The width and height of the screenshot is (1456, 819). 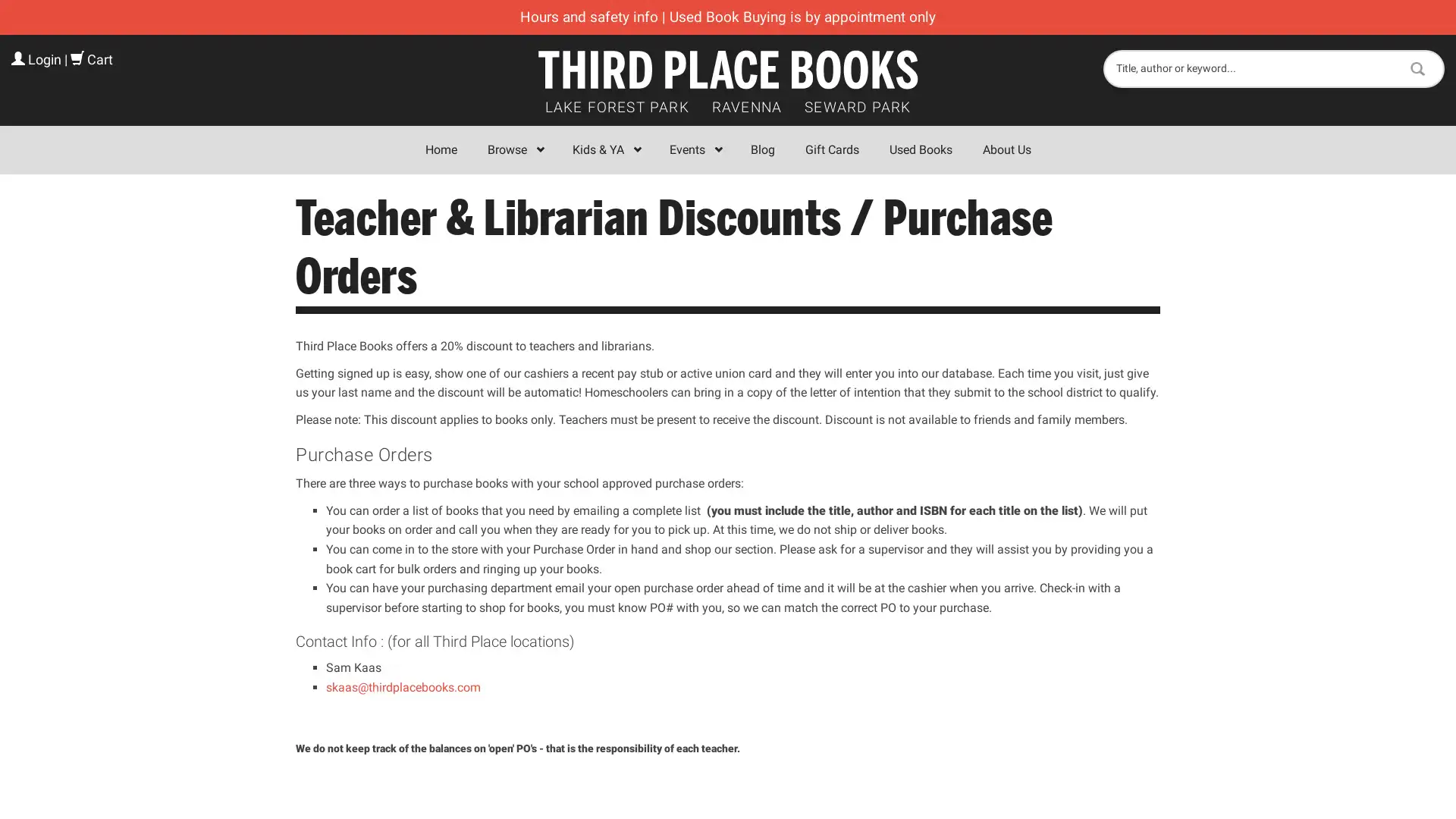 I want to click on Close, so click(x=949, y=222).